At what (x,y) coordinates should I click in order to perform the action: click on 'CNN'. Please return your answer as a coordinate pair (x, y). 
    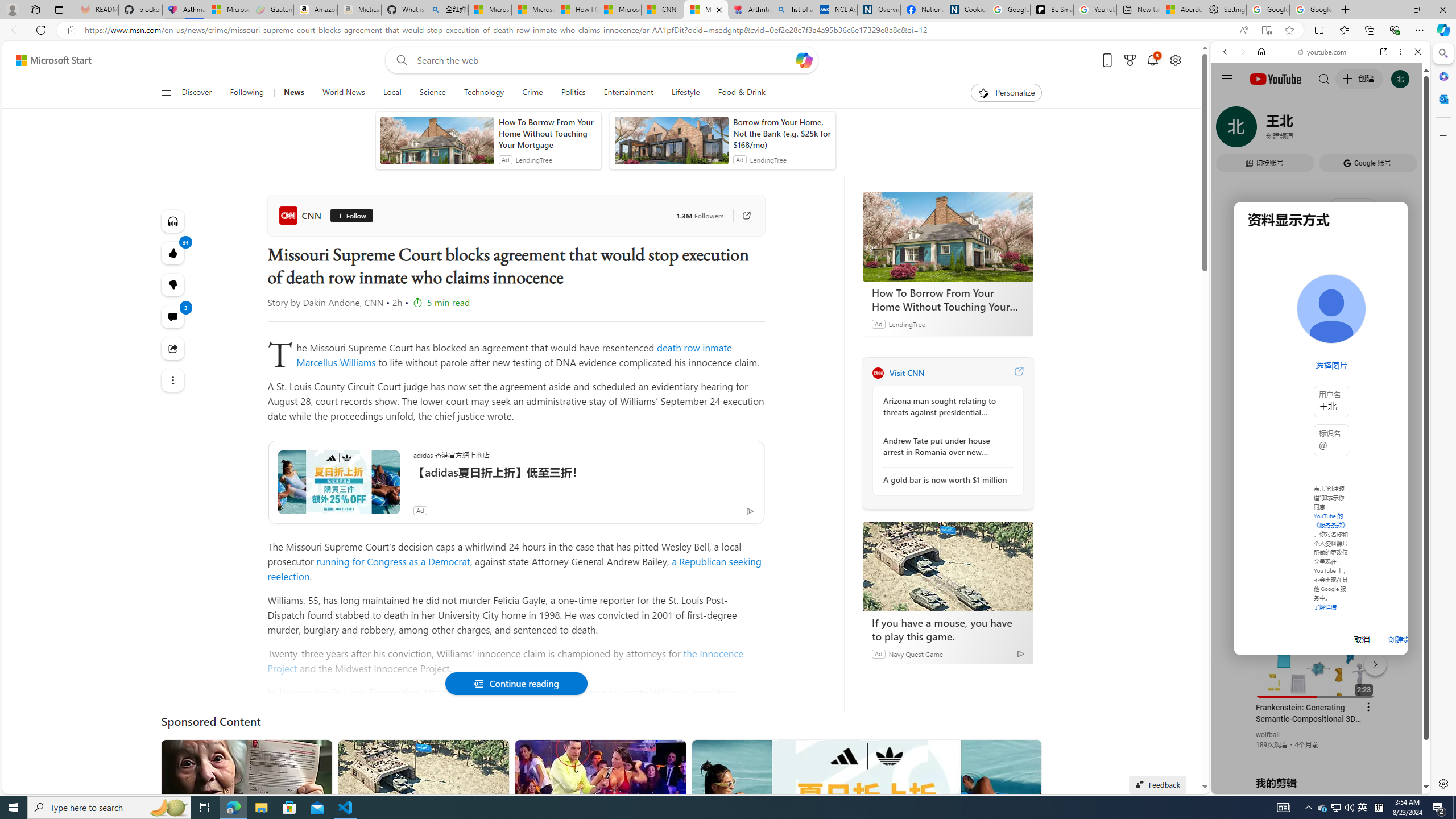
    Looking at the image, I should click on (877, 372).